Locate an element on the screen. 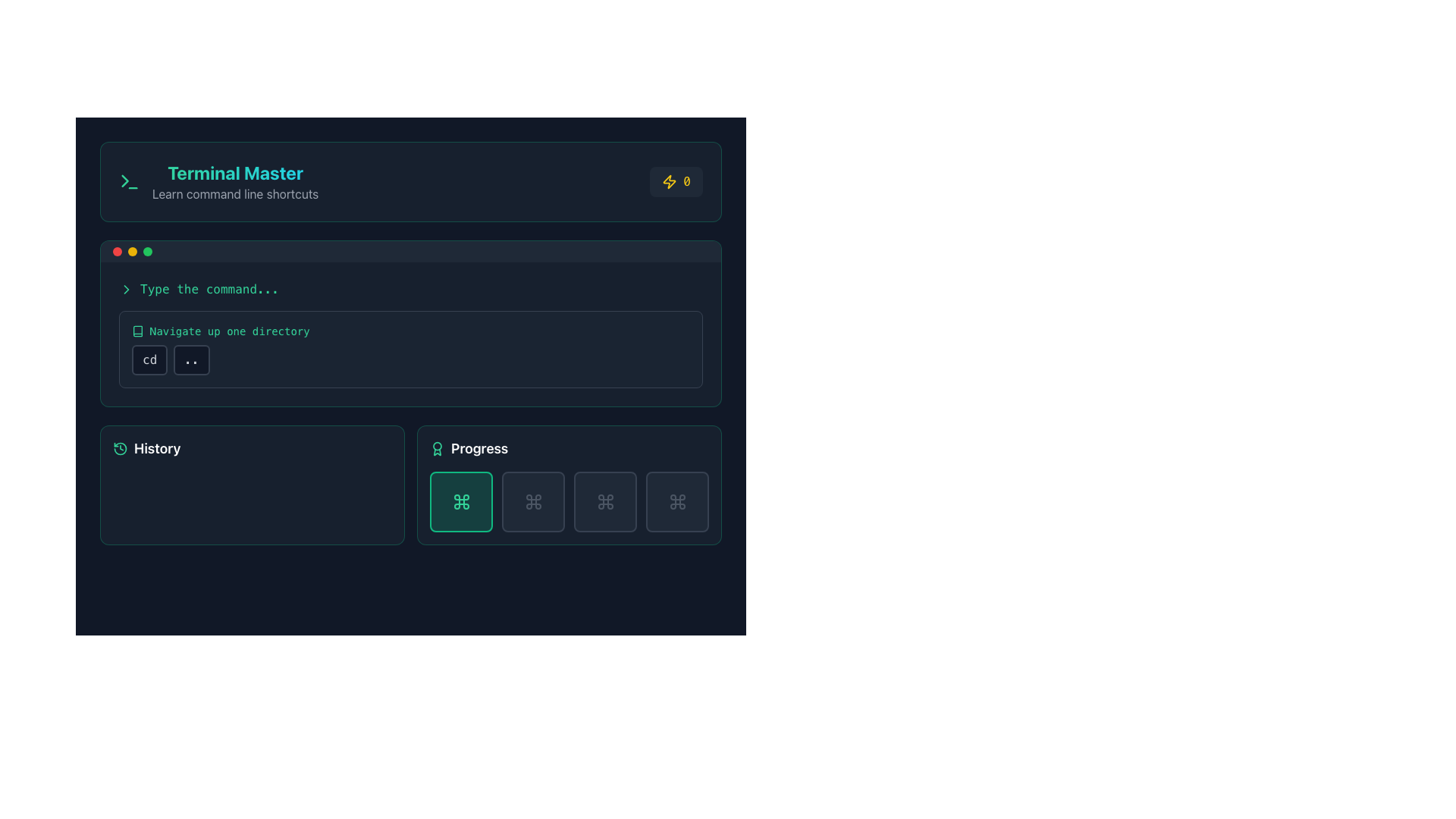 Image resolution: width=1456 pixels, height=819 pixels. the third square-shaped button with rounded corners in the 'Progress' section, which has a dark gray background and a lighter gray 'command' symbol icon at the center is located at coordinates (604, 502).